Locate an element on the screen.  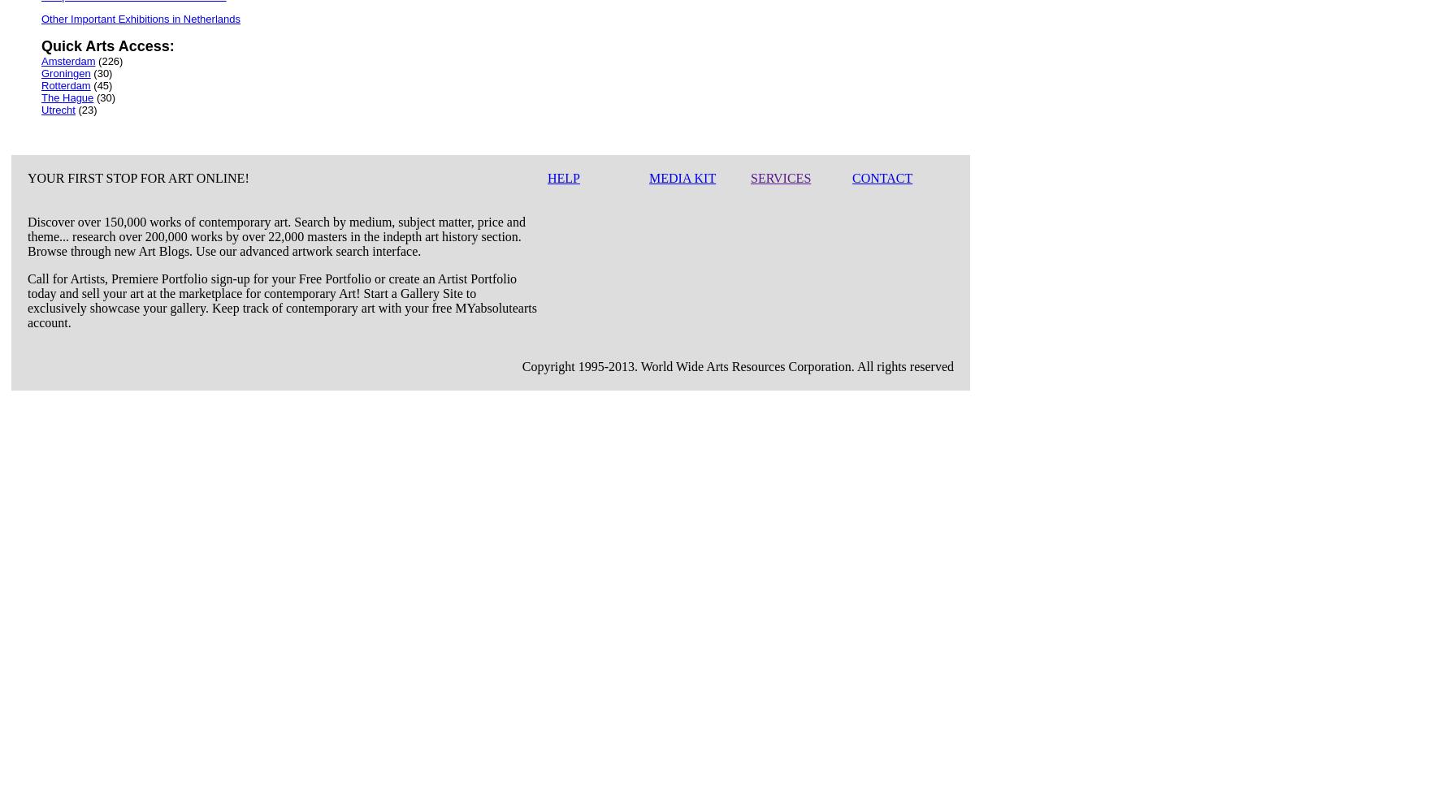
'Utrecht' is located at coordinates (41, 110).